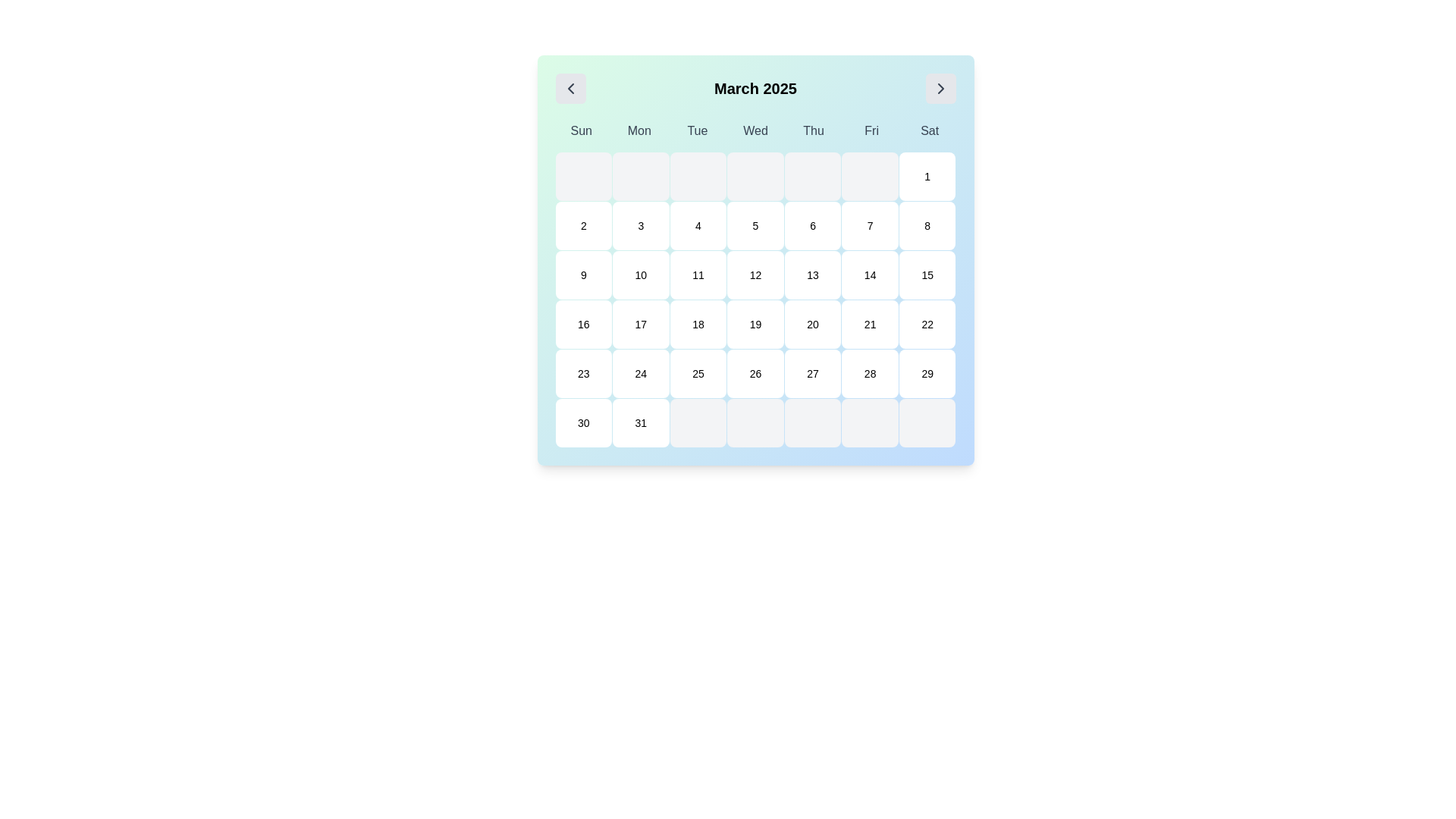  What do you see at coordinates (755, 324) in the screenshot?
I see `the calendar cell labeled '19' in the third row and fifth column of the March 2025 calendar` at bounding box center [755, 324].